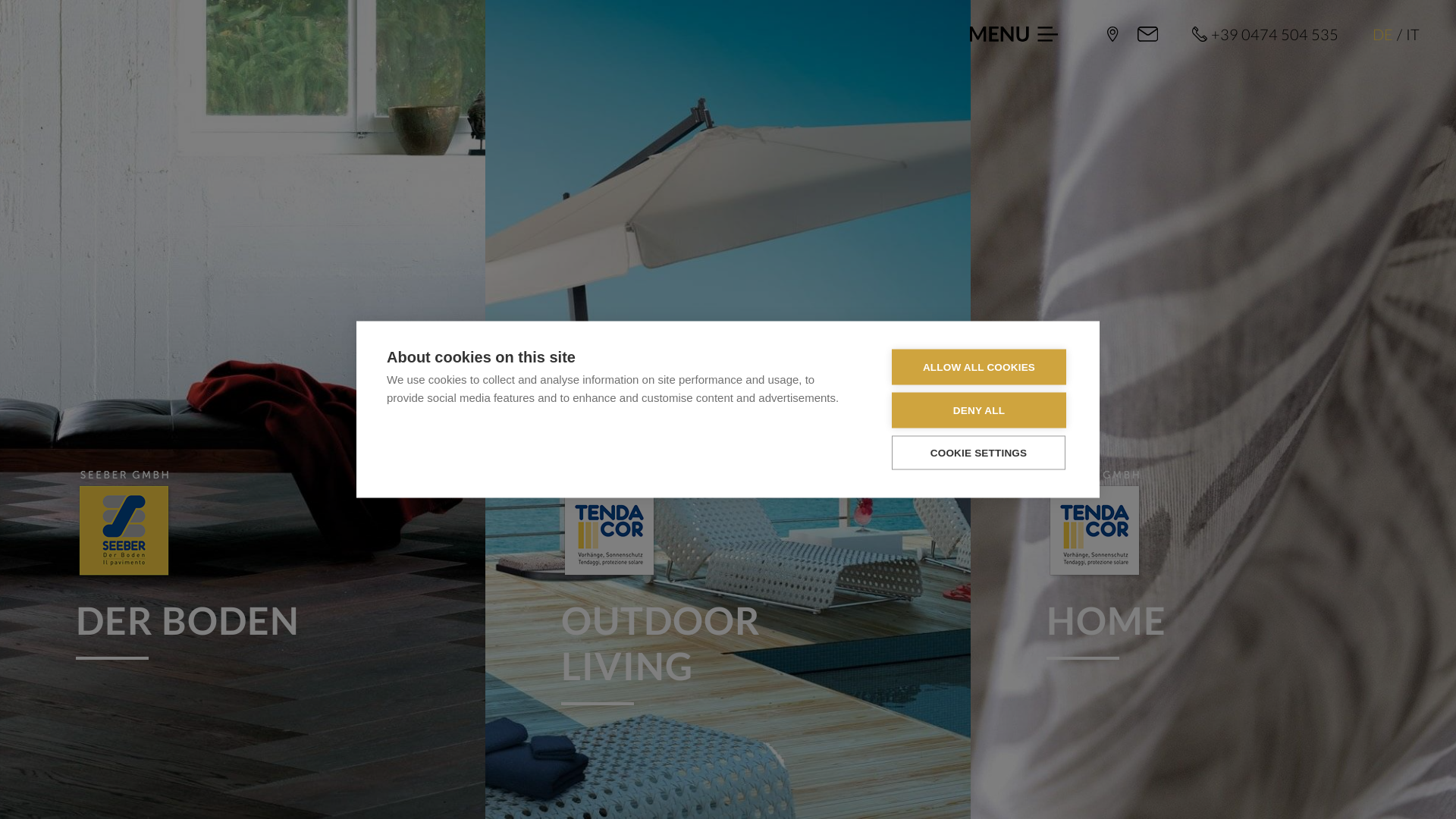 The width and height of the screenshot is (1456, 819). Describe the element at coordinates (978, 451) in the screenshot. I see `'COOKIE SETTINGS'` at that location.